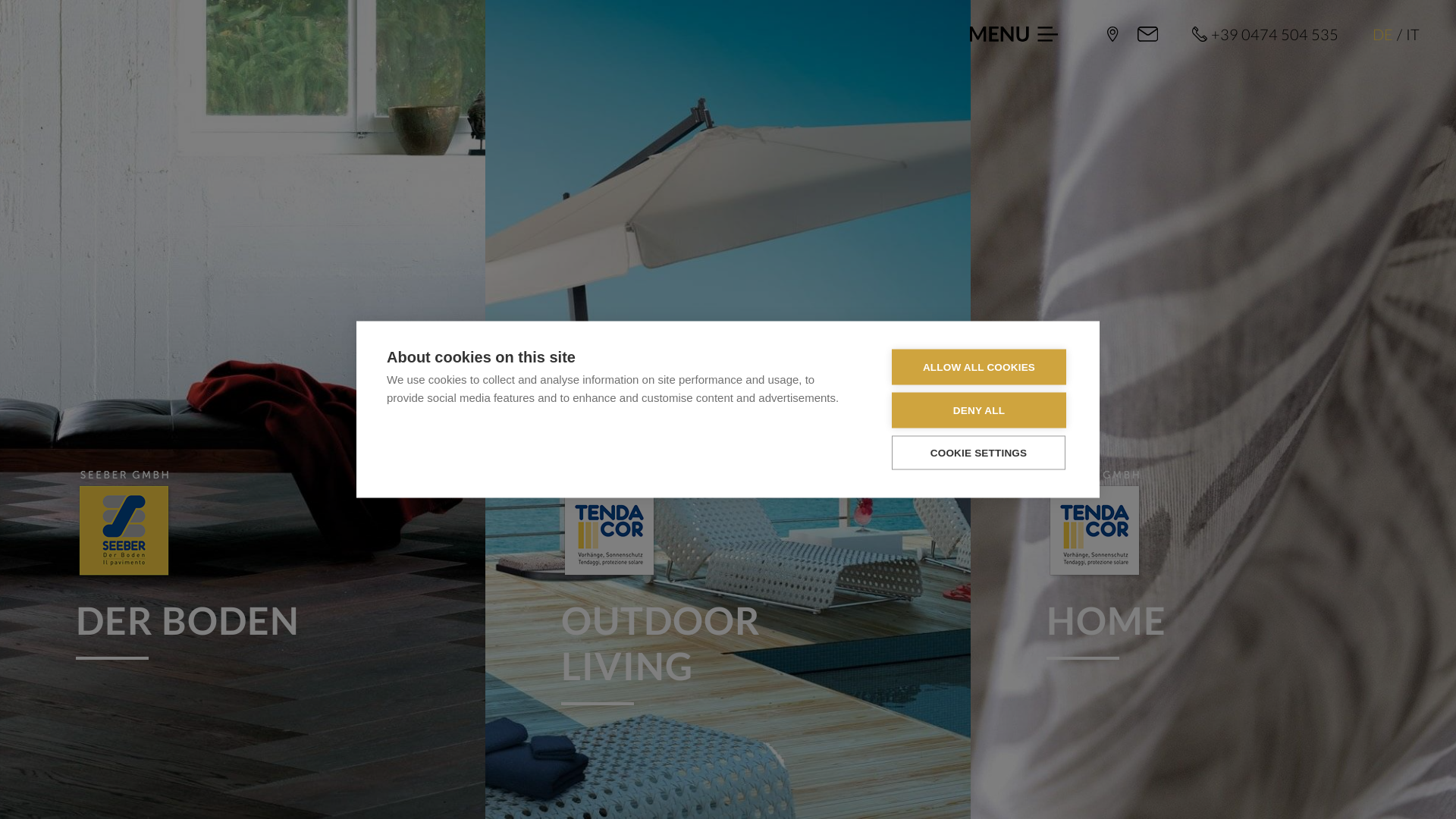 The width and height of the screenshot is (1456, 819). Describe the element at coordinates (978, 451) in the screenshot. I see `'COOKIE SETTINGS'` at that location.